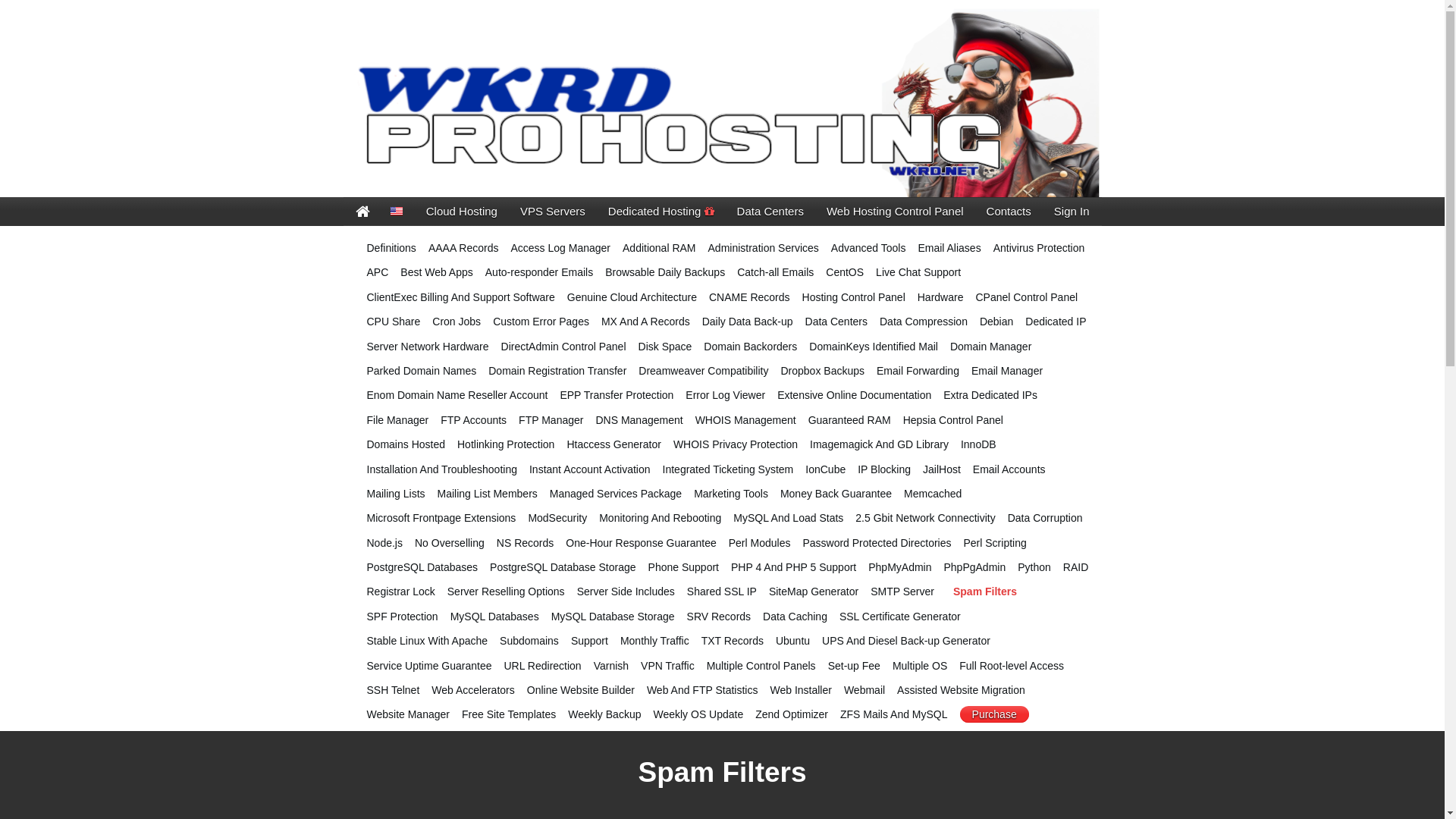  What do you see at coordinates (794, 617) in the screenshot?
I see `'Data Caching'` at bounding box center [794, 617].